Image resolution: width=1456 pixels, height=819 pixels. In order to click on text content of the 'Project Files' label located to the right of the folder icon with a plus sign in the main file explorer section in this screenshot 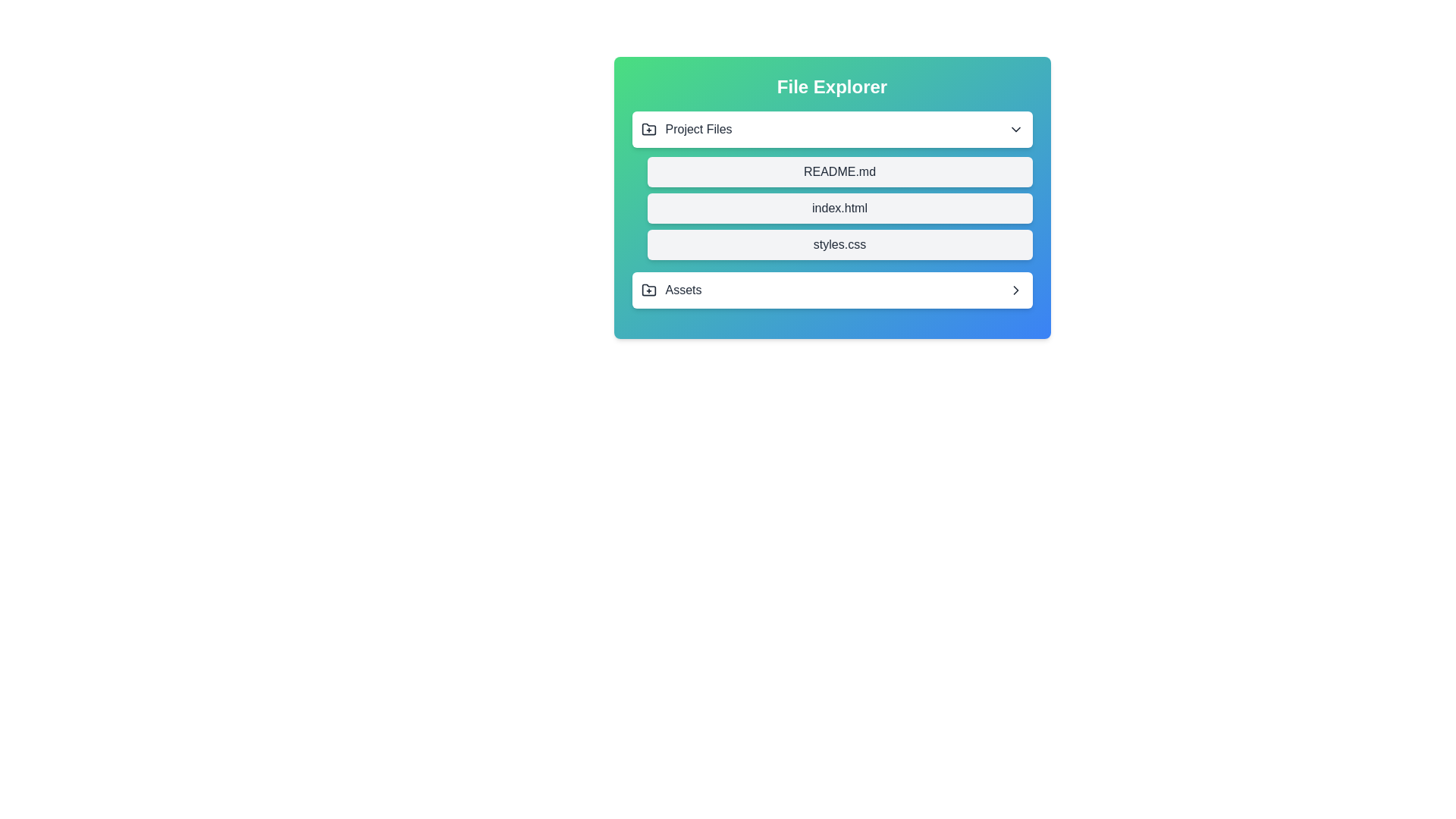, I will do `click(698, 128)`.